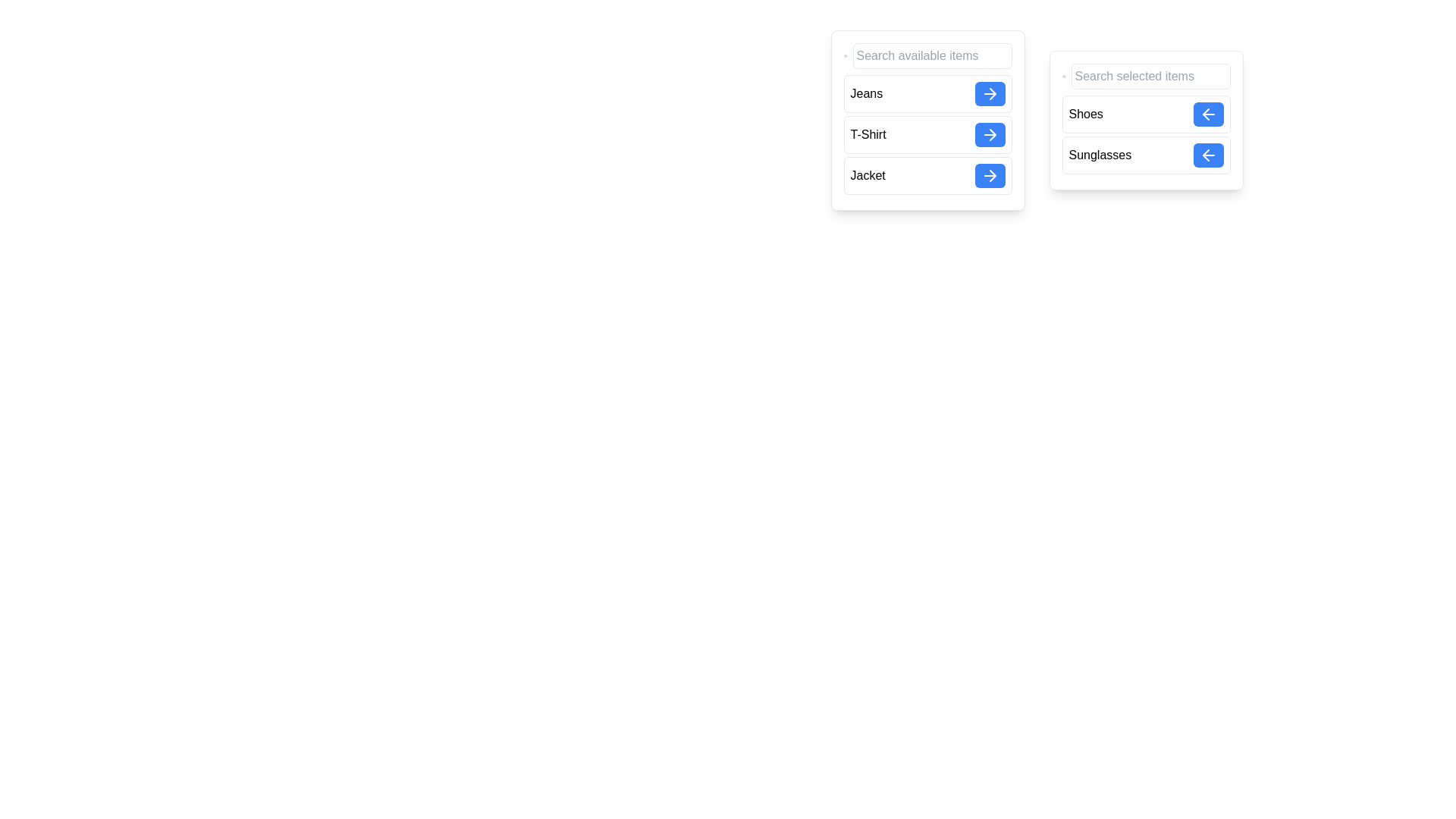 The width and height of the screenshot is (1456, 819). What do you see at coordinates (931, 55) in the screenshot?
I see `the text input box with placeholder 'Search available items'` at bounding box center [931, 55].